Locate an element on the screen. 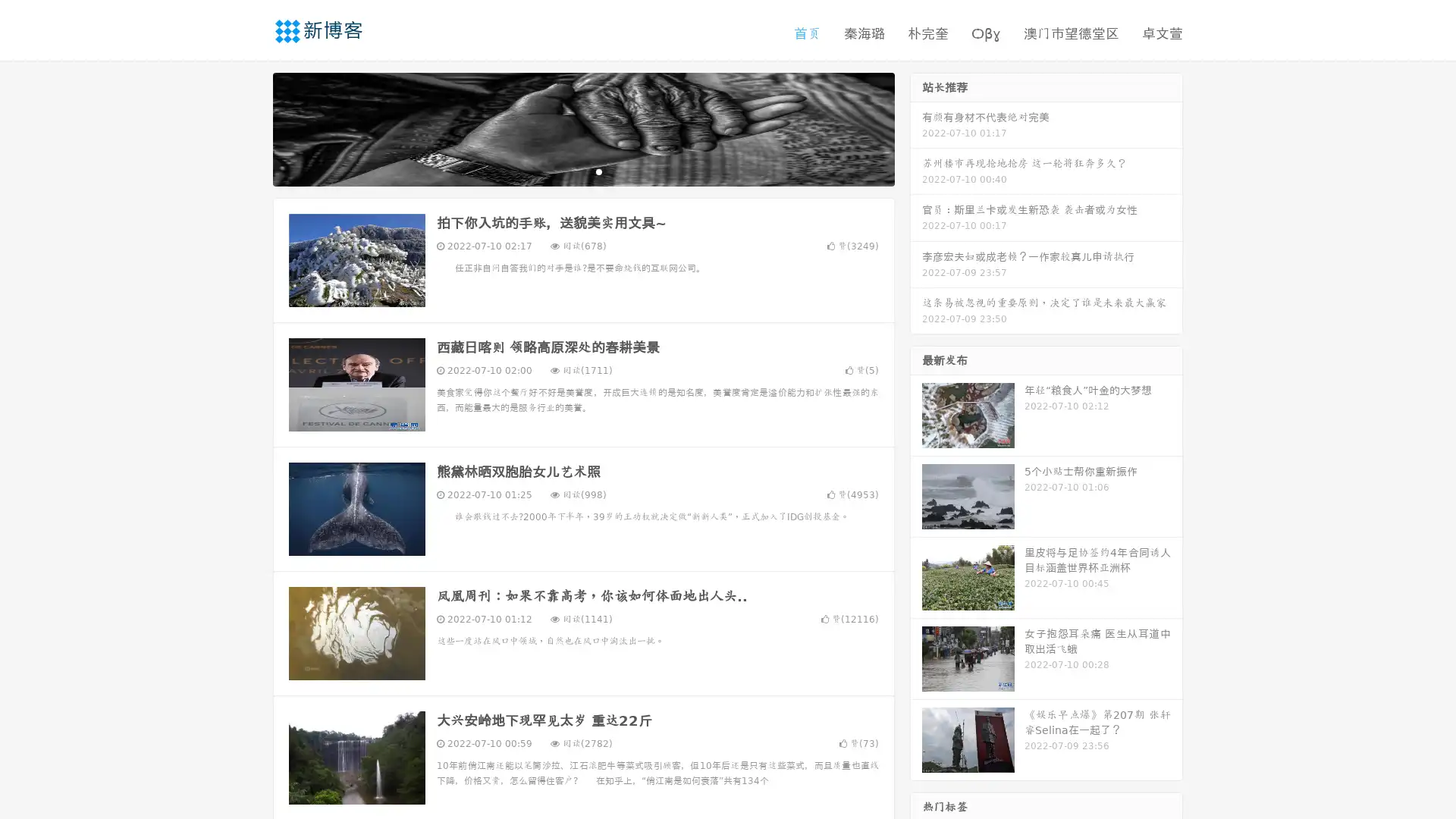  Previous slide is located at coordinates (250, 127).